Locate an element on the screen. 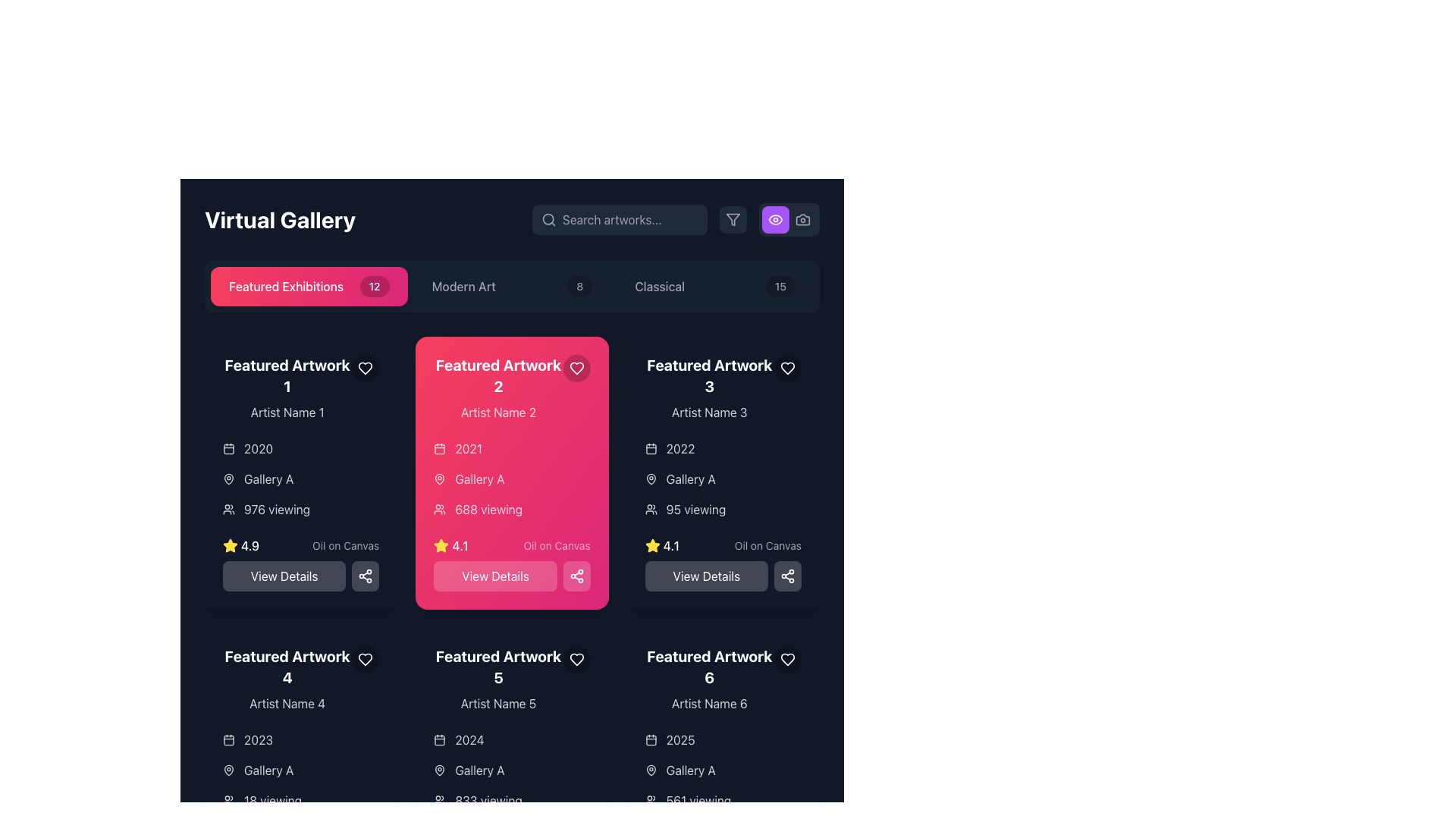 This screenshot has height=819, width=1456. the button located at the bottom of the 'Featured Artwork 1' card, below the '4.9' rating and 'Oil on Canvas' description is located at coordinates (301, 564).